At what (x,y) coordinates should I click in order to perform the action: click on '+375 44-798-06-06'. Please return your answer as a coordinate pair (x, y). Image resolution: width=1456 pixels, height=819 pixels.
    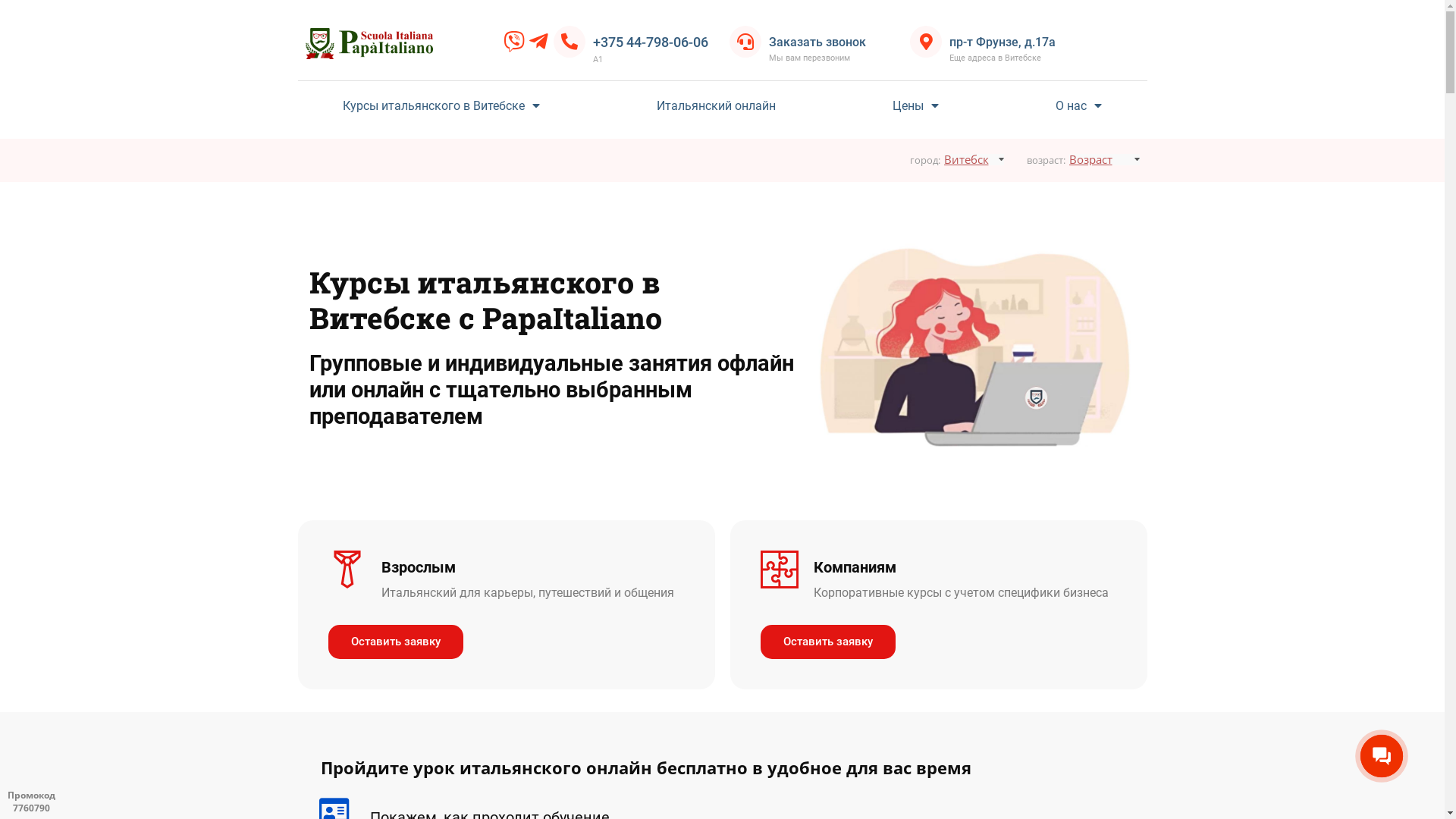
    Looking at the image, I should click on (651, 41).